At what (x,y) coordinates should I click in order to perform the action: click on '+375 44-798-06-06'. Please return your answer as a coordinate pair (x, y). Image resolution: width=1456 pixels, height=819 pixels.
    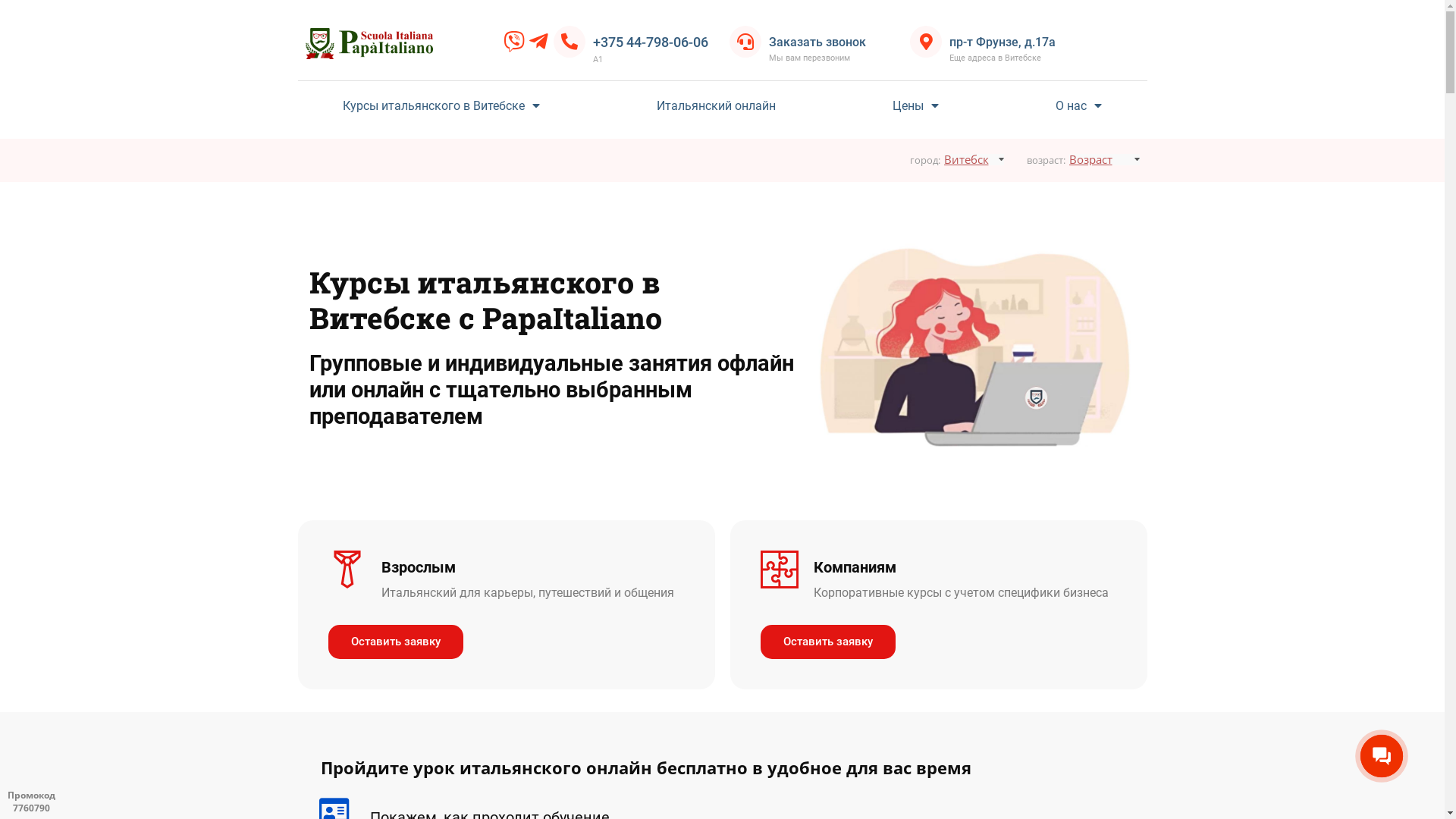
    Looking at the image, I should click on (651, 41).